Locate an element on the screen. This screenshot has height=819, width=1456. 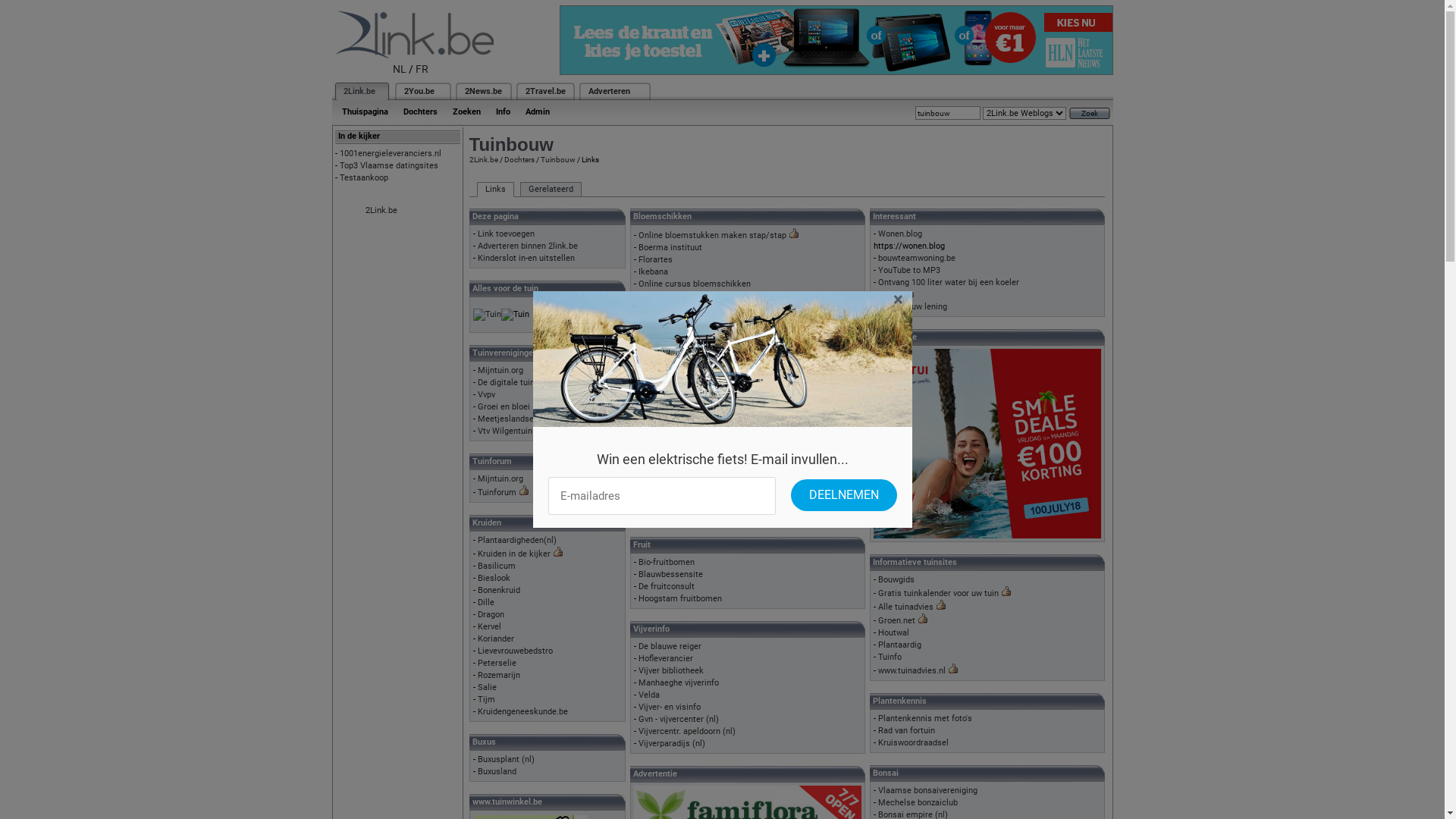
'Gerelateerd' is located at coordinates (550, 189).